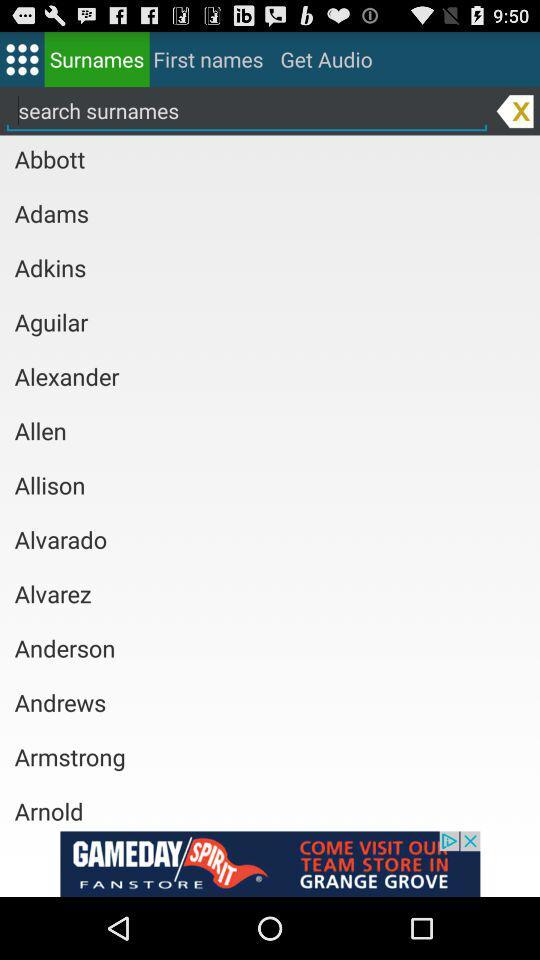  I want to click on the close icon, so click(515, 118).